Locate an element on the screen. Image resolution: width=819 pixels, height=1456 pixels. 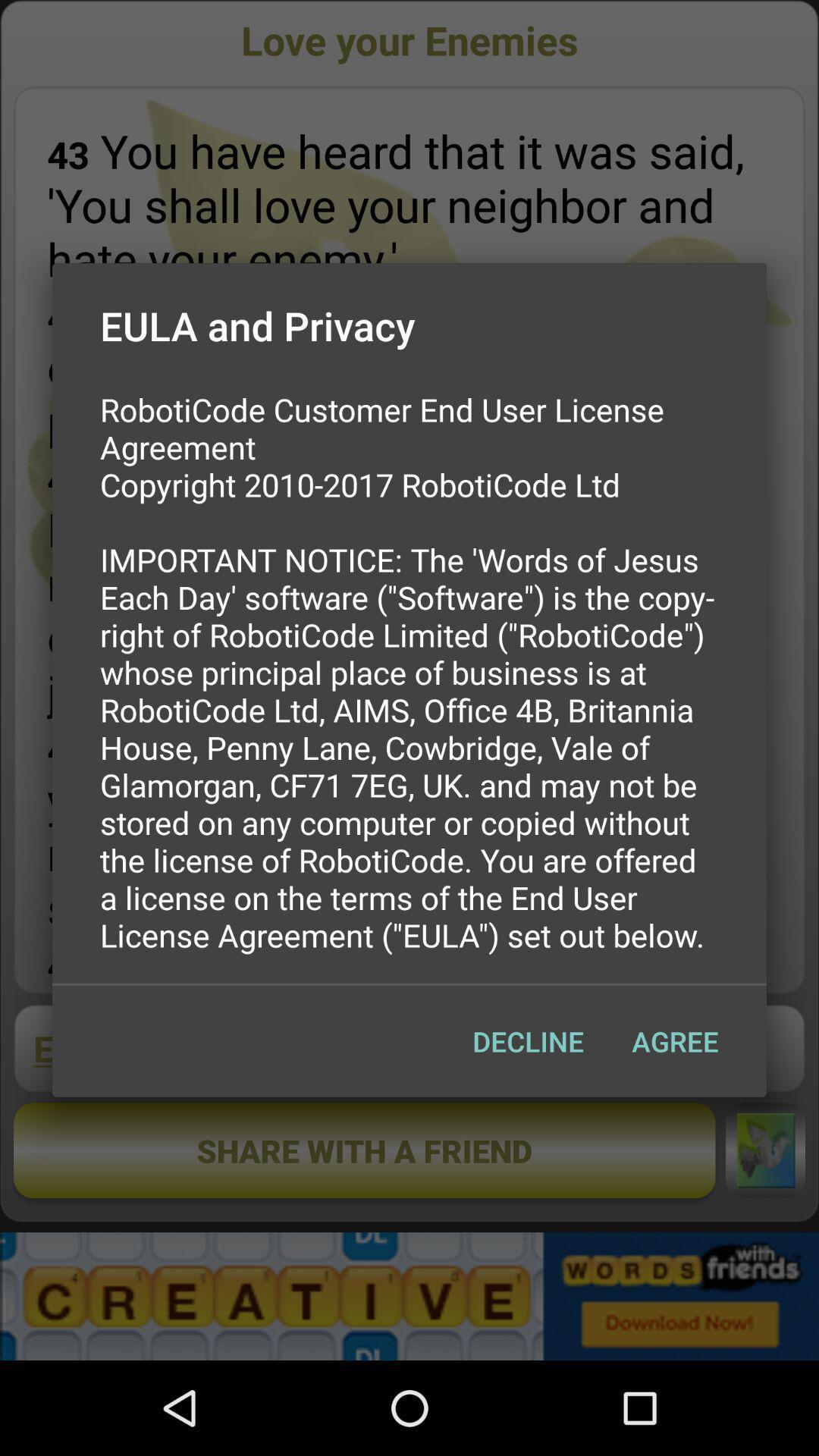
decline icon is located at coordinates (527, 1040).